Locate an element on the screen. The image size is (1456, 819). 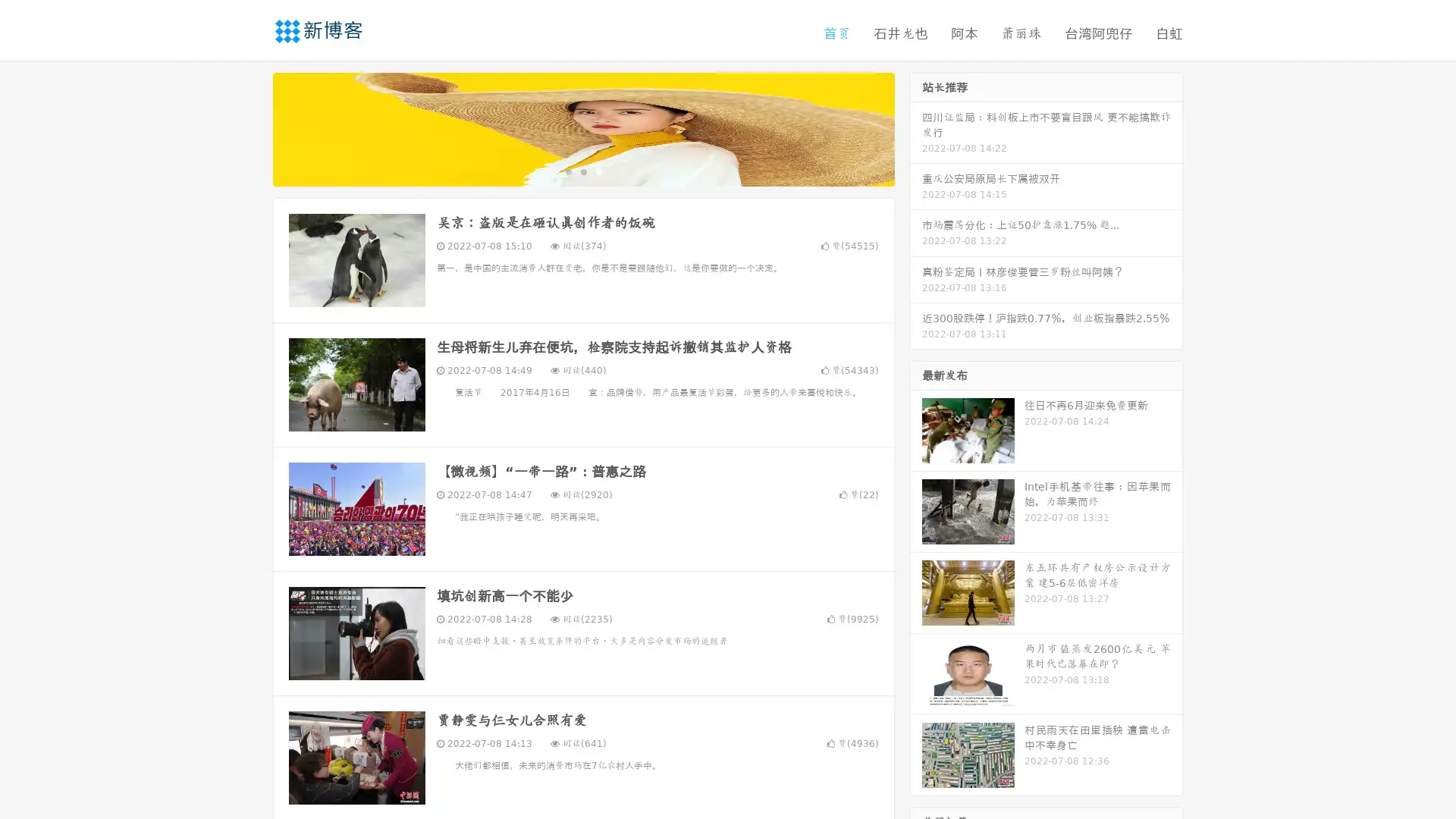
Go to slide 1 is located at coordinates (567, 171).